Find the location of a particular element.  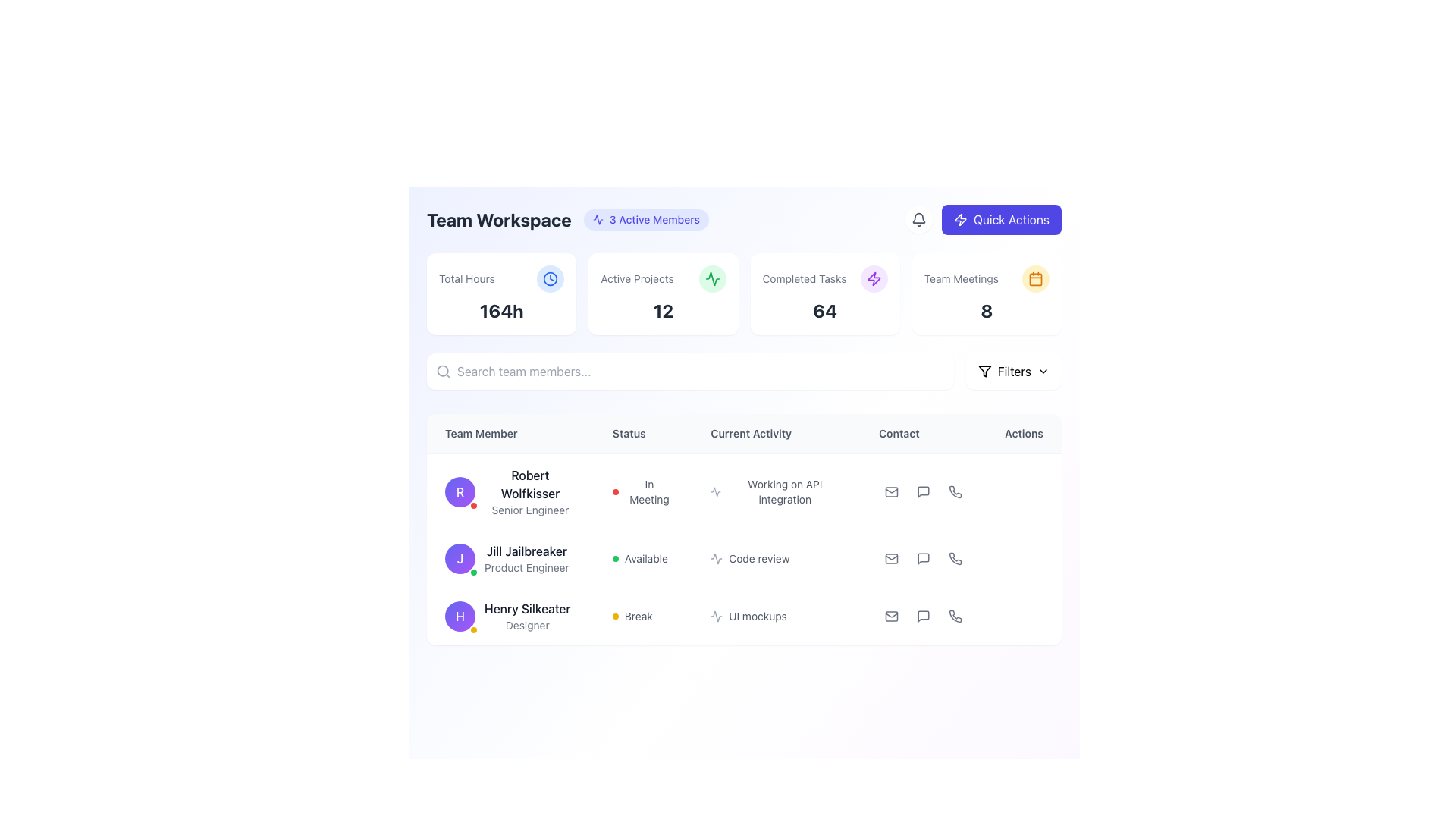

the text label 'Team Member', which is the first column header in a table and styled in dark gray on a light gray background is located at coordinates (510, 434).